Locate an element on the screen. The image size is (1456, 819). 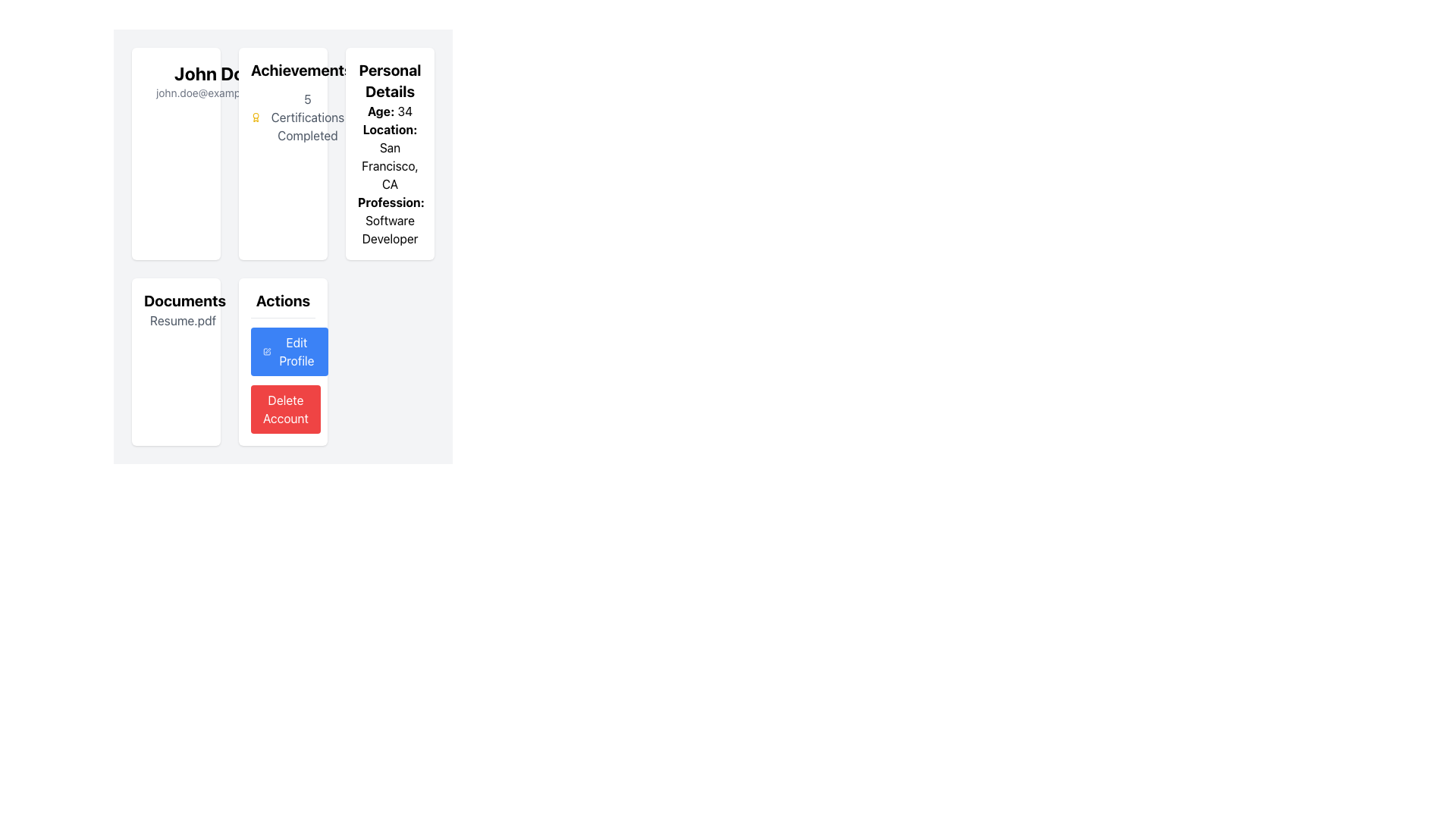
the text label referencing the file 'Resume.pdf' located is located at coordinates (182, 320).